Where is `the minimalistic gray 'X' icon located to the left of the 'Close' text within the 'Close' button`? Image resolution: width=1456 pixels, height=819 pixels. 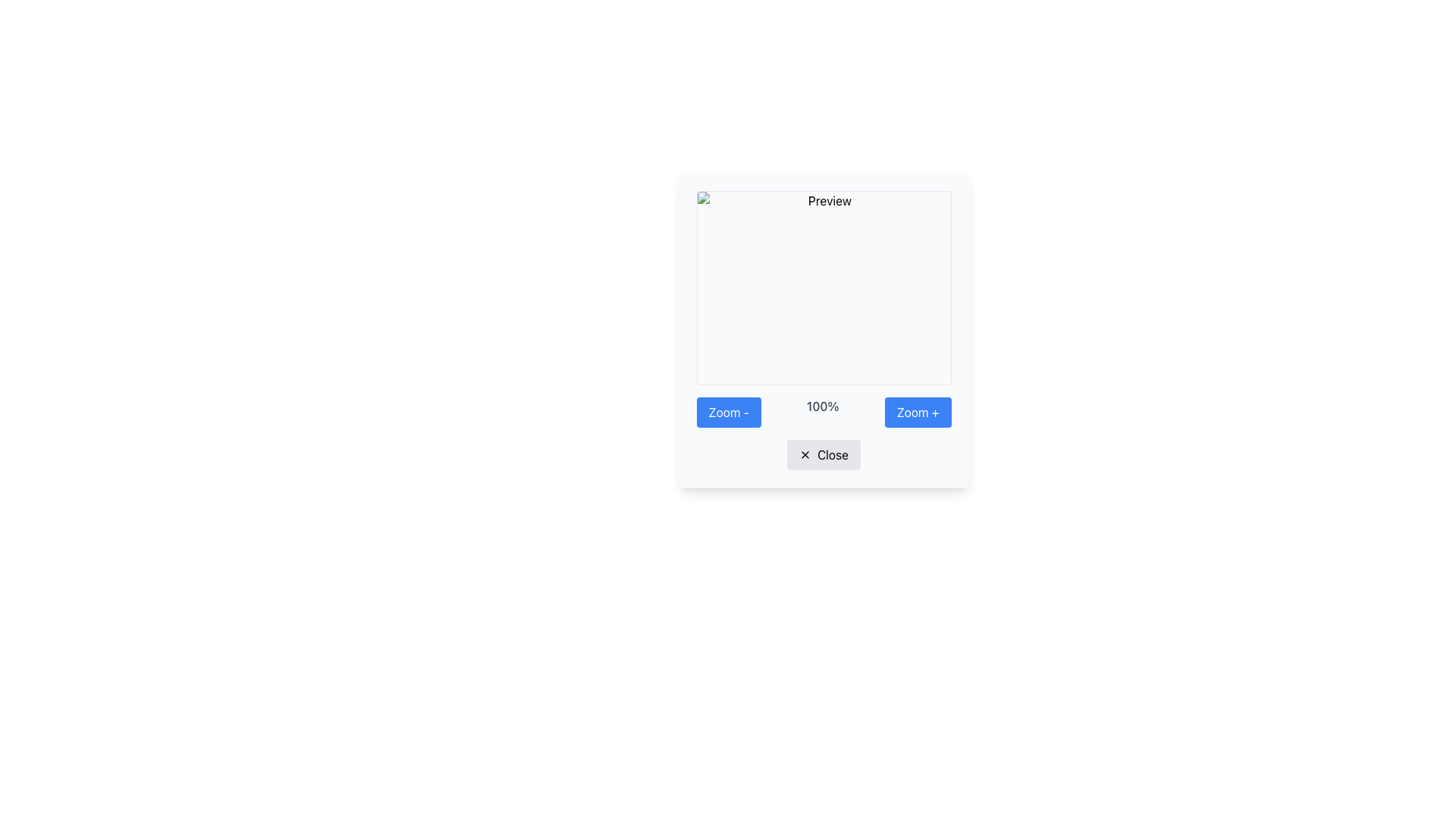
the minimalistic gray 'X' icon located to the left of the 'Close' text within the 'Close' button is located at coordinates (805, 454).